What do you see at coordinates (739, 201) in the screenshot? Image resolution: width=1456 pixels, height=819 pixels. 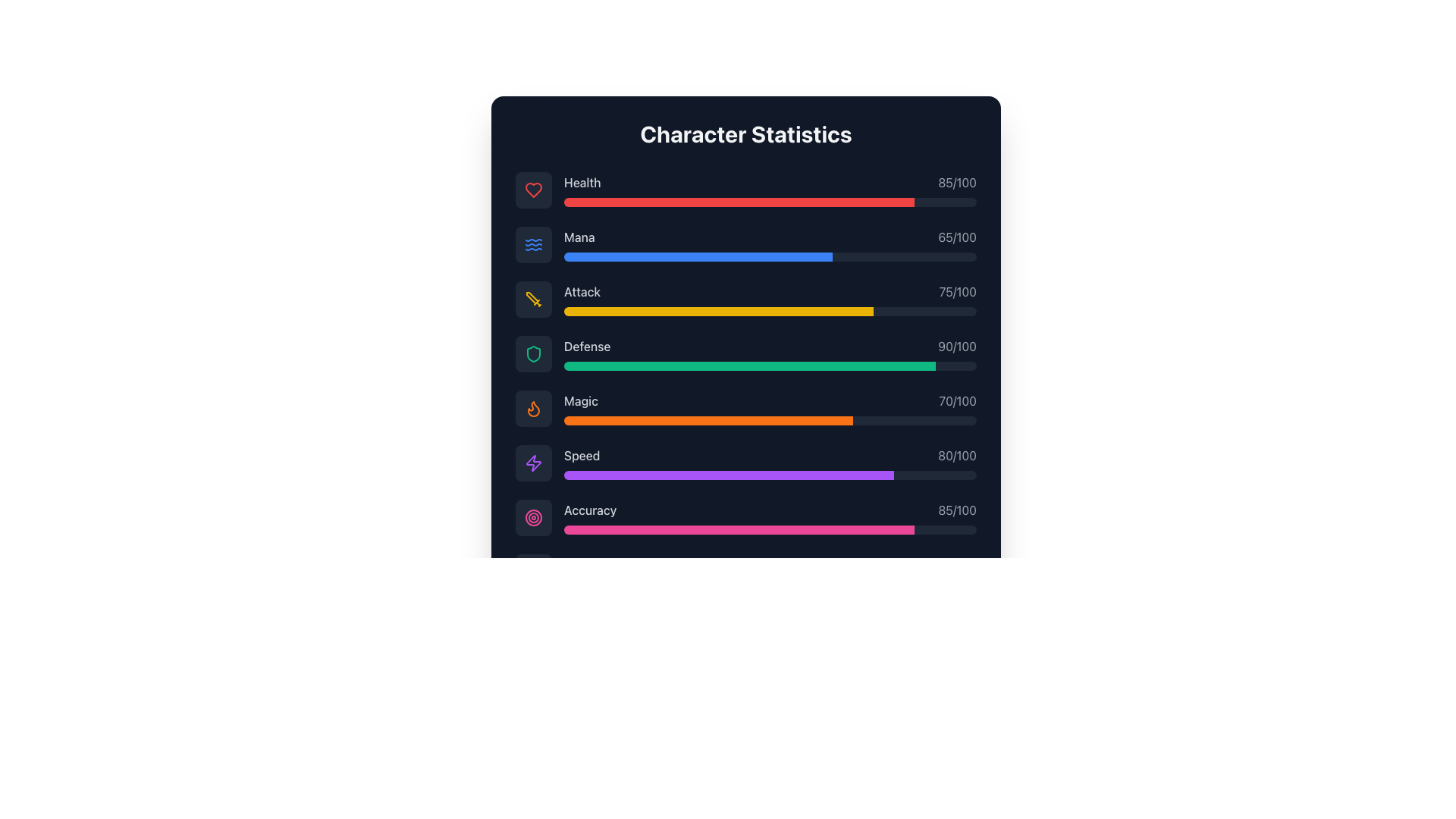 I see `the Progress bar indicating the 'Health' statistic, which is 85% filled and located in the first row of the statistics list` at bounding box center [739, 201].